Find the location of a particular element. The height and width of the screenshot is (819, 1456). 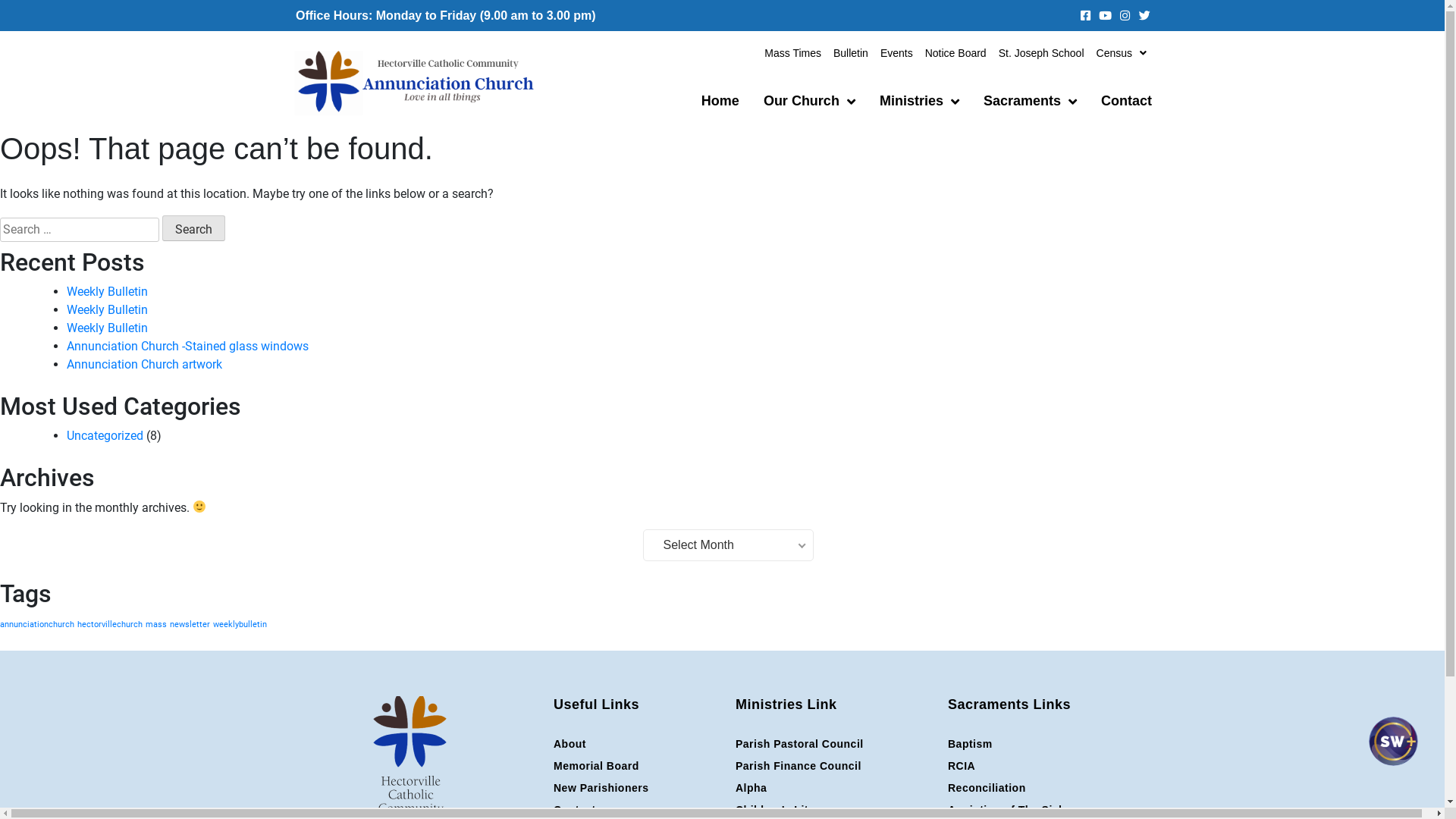

'Annunciation Church -Stained glass windows' is located at coordinates (187, 346).